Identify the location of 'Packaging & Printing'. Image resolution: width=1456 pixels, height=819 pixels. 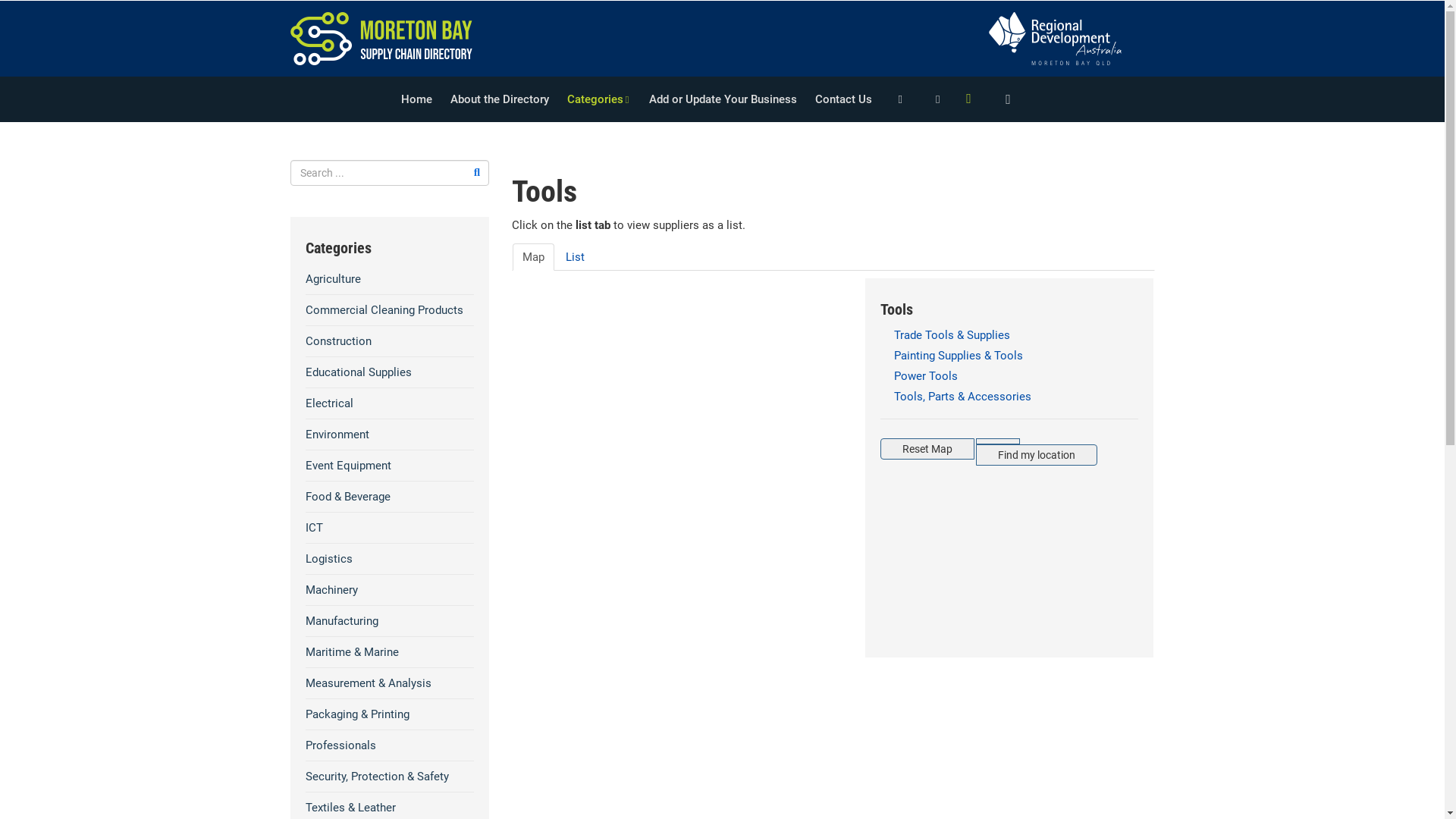
(389, 714).